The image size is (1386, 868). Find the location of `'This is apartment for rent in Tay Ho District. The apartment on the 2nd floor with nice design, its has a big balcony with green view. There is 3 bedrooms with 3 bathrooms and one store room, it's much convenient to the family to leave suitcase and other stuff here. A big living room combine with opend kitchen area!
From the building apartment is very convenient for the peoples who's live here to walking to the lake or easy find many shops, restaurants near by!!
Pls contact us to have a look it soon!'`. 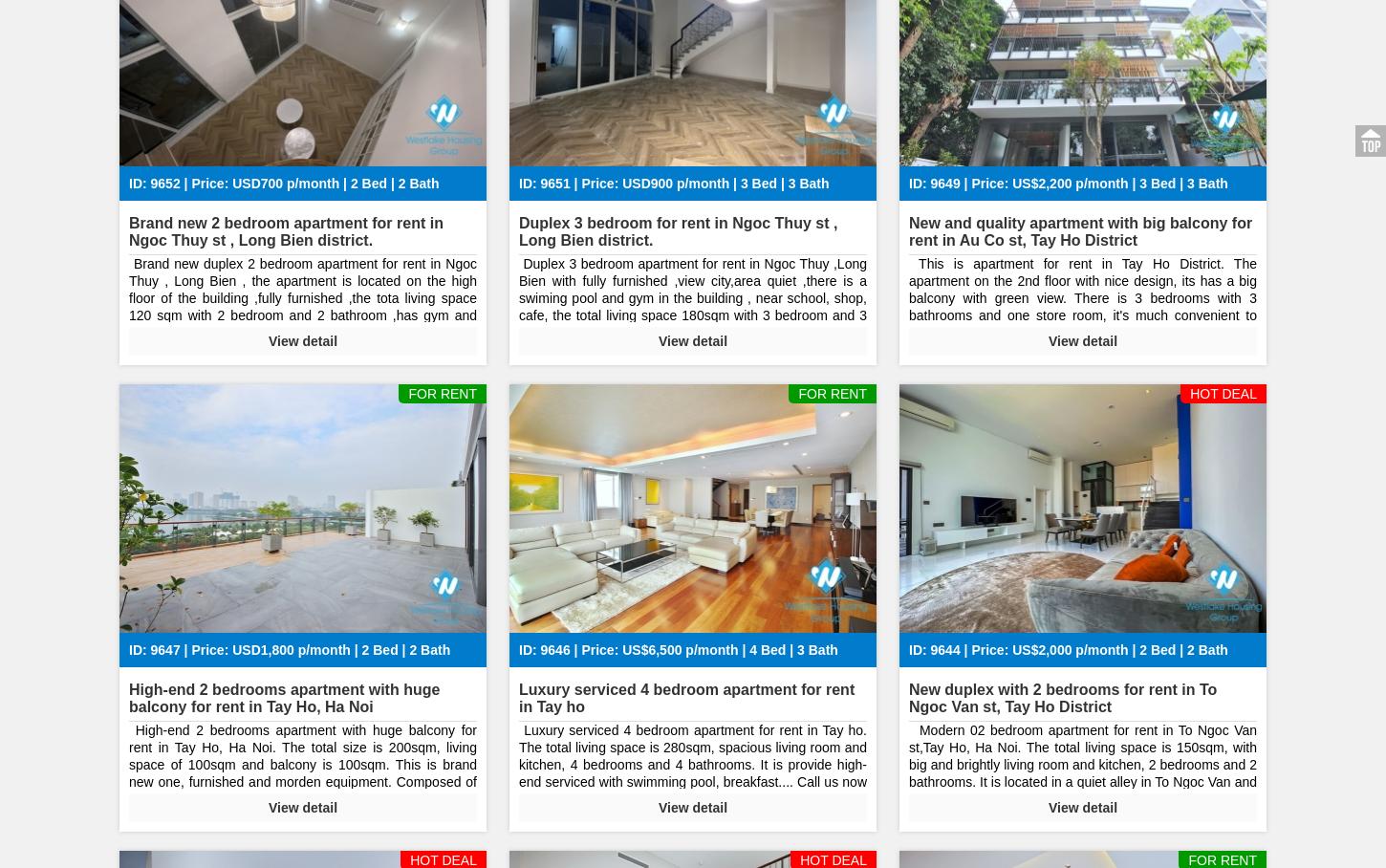

'This is apartment for rent in Tay Ho District. The apartment on the 2nd floor with nice design, its has a big balcony with green view. There is 3 bedrooms with 3 bathrooms and one store room, it's much convenient to the family to leave suitcase and other stuff here. A big living room combine with opend kitchen area!
From the building apartment is very convenient for the peoples who's live here to walking to the lake or easy find many shops, restaurants near by!!
Pls contact us to have a look it soon!' is located at coordinates (1082, 341).